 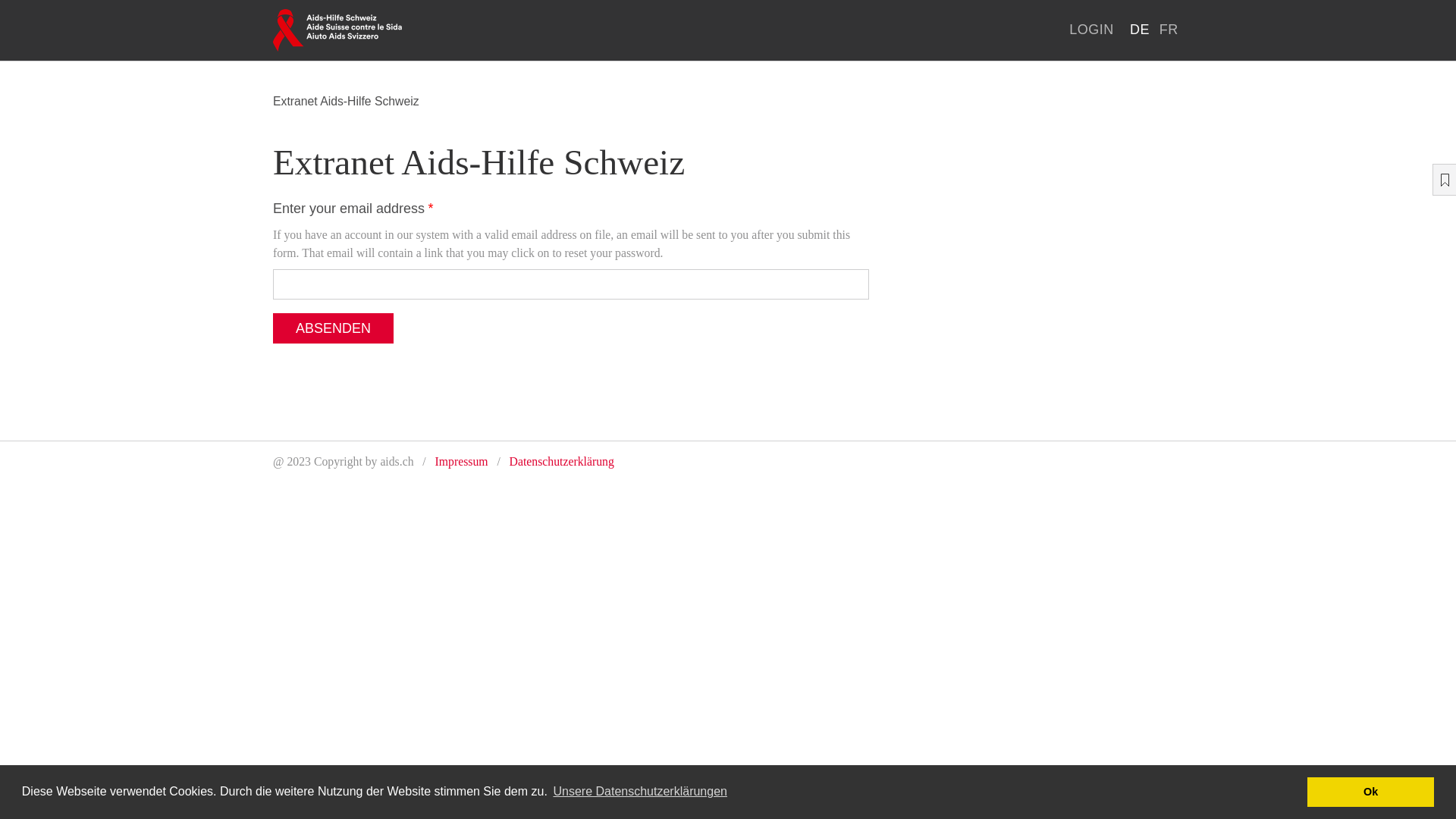 I want to click on 'FR', so click(x=1167, y=30).